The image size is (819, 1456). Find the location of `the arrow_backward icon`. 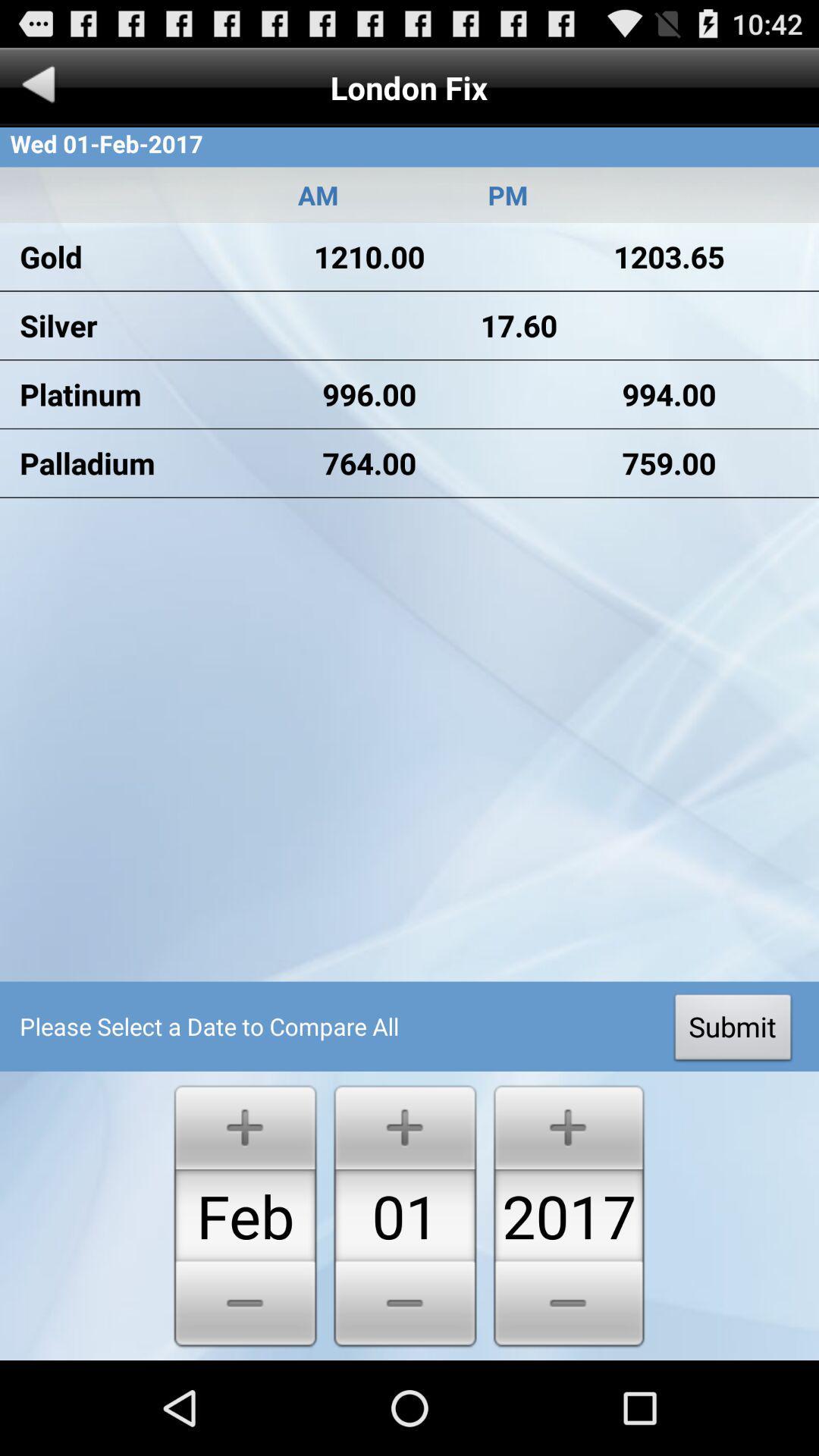

the arrow_backward icon is located at coordinates (38, 93).